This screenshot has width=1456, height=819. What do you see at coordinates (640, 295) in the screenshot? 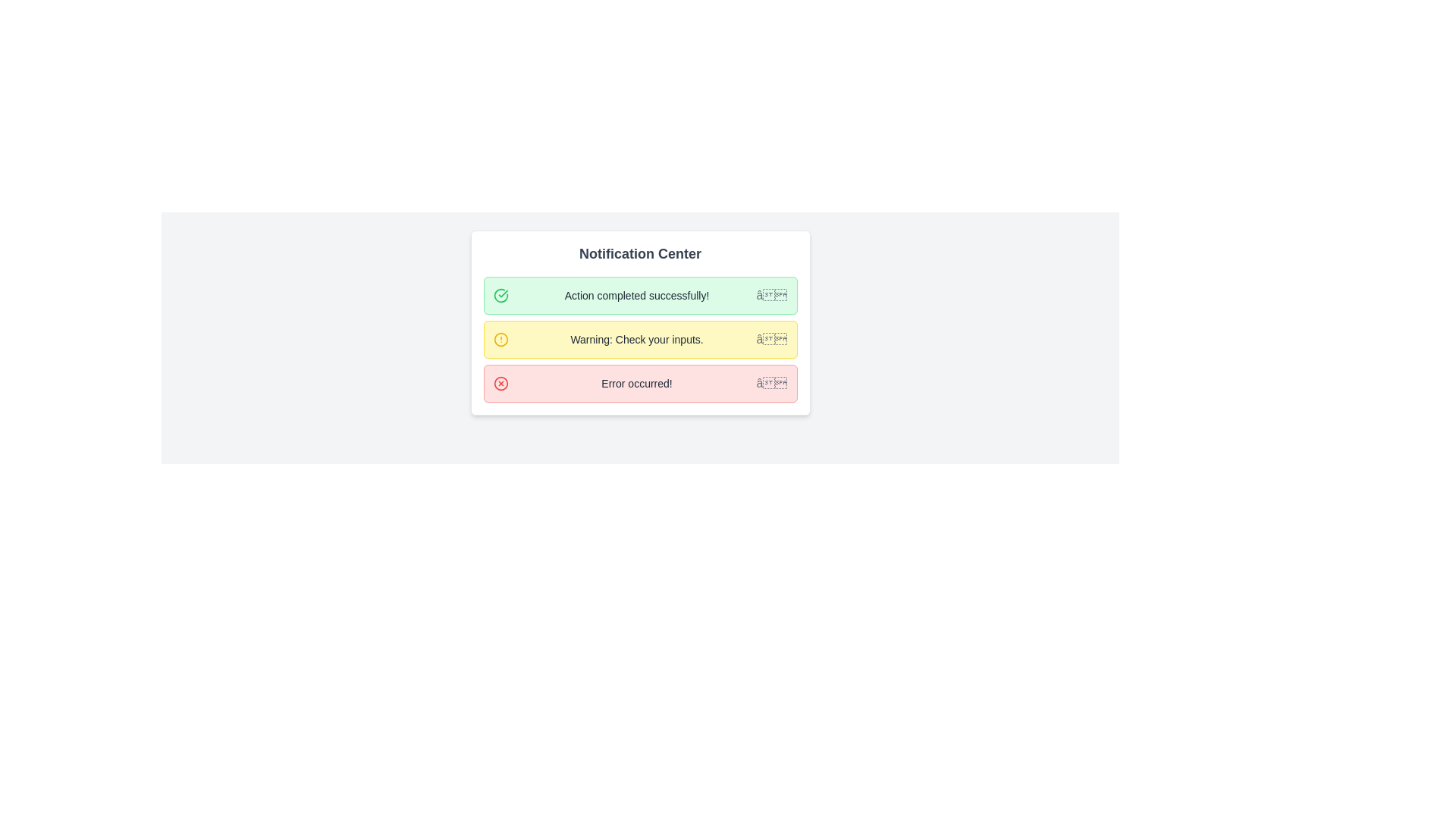
I see `text from the first notification card with a green background, displaying 'Action completed successfully!' in the center` at bounding box center [640, 295].